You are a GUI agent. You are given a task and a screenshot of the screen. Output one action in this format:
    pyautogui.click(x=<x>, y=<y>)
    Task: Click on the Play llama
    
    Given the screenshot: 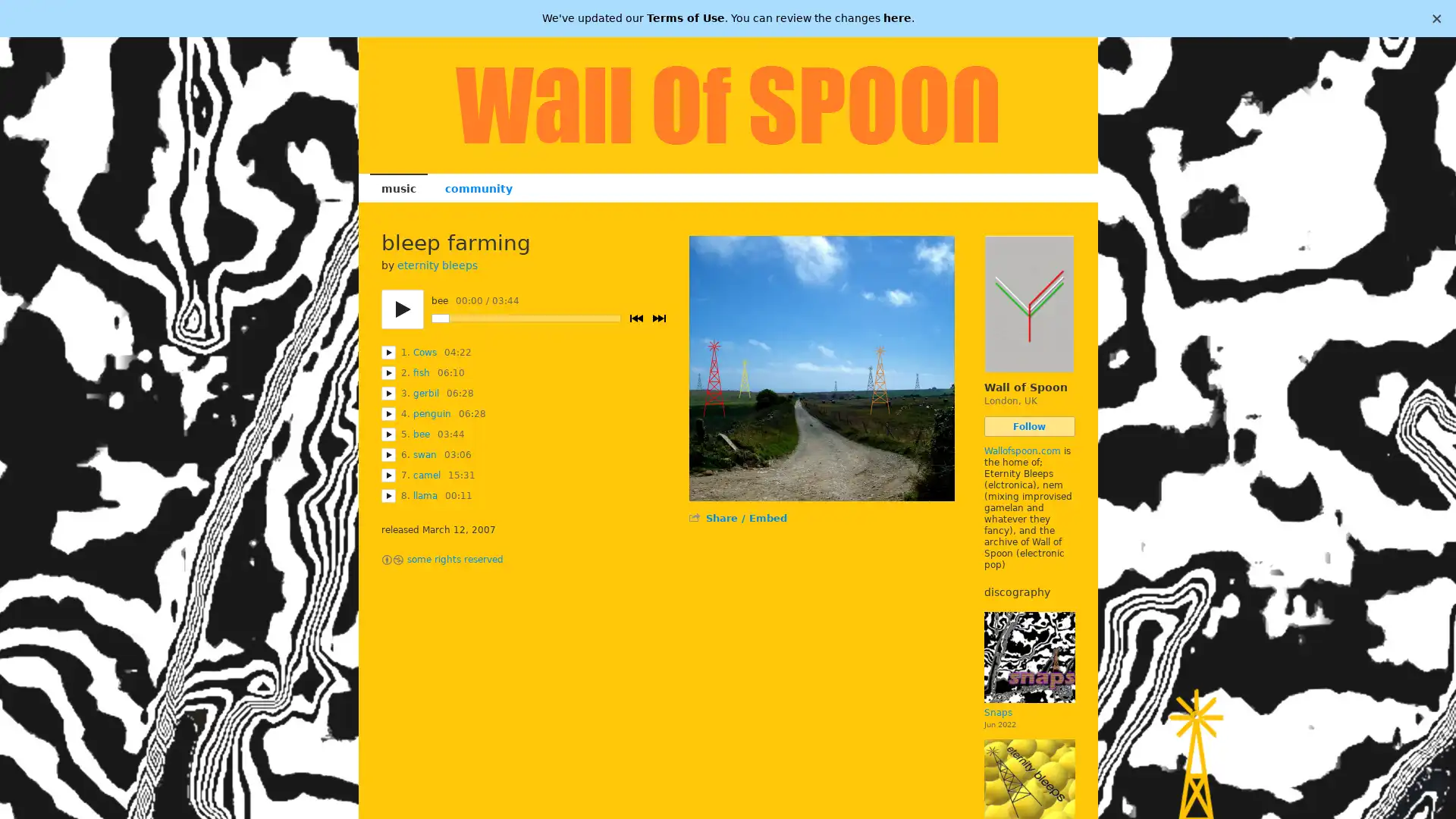 What is the action you would take?
    pyautogui.click(x=388, y=496)
    